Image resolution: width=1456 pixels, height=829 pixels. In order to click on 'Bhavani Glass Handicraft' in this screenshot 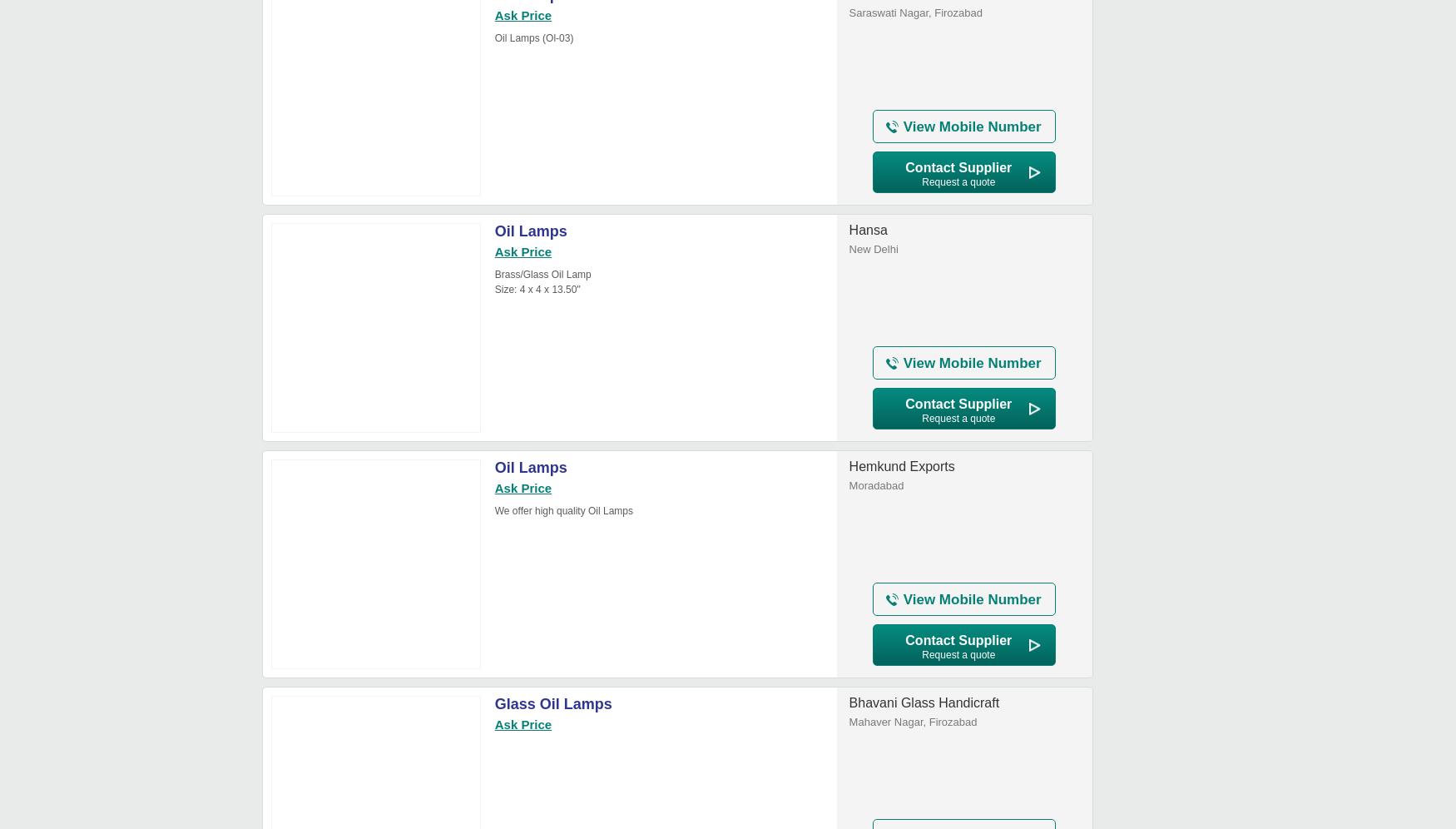, I will do `click(924, 702)`.